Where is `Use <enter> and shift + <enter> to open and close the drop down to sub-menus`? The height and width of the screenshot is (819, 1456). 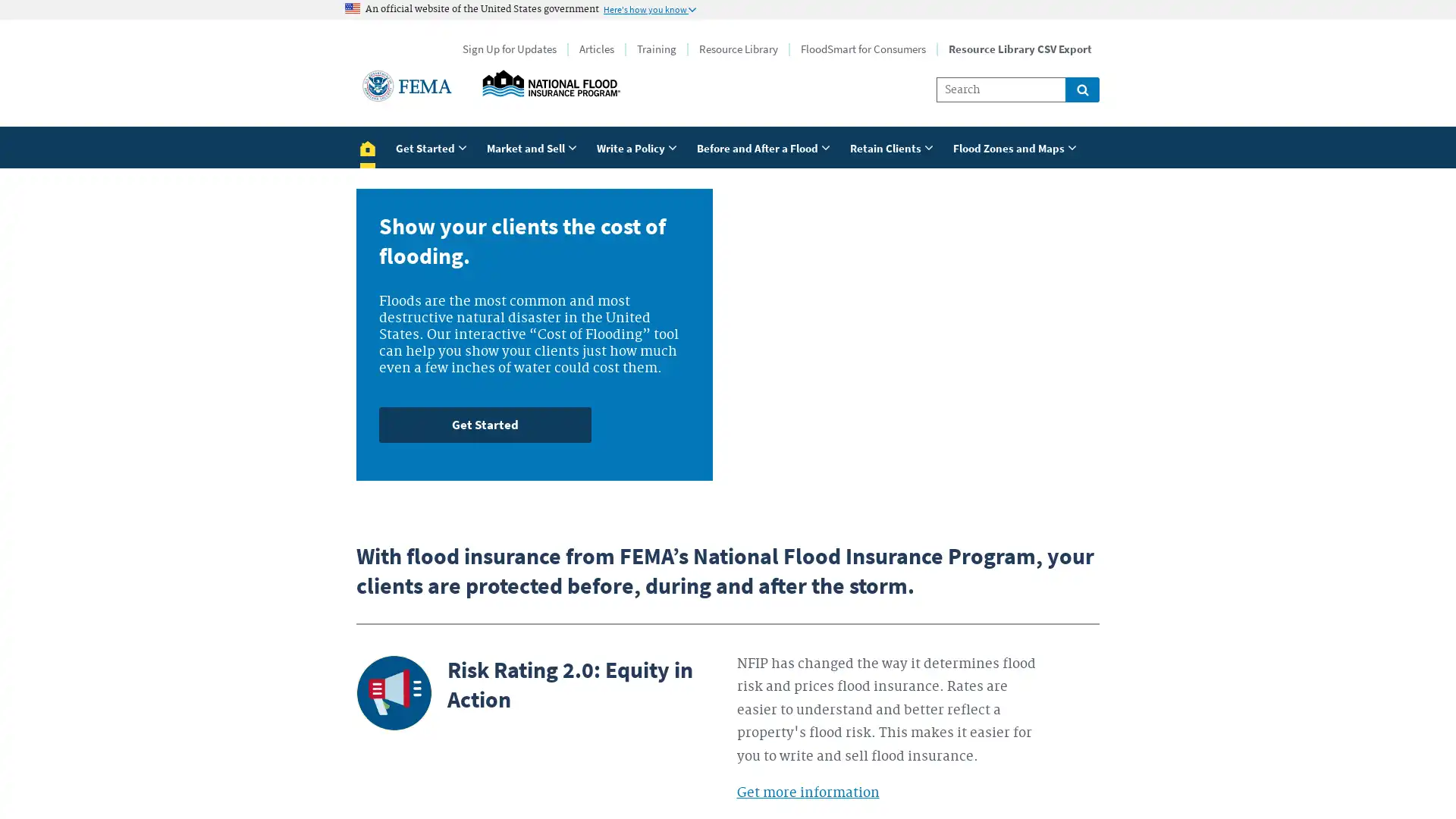 Use <enter> and shift + <enter> to open and close the drop down to sub-menus is located at coordinates (432, 146).